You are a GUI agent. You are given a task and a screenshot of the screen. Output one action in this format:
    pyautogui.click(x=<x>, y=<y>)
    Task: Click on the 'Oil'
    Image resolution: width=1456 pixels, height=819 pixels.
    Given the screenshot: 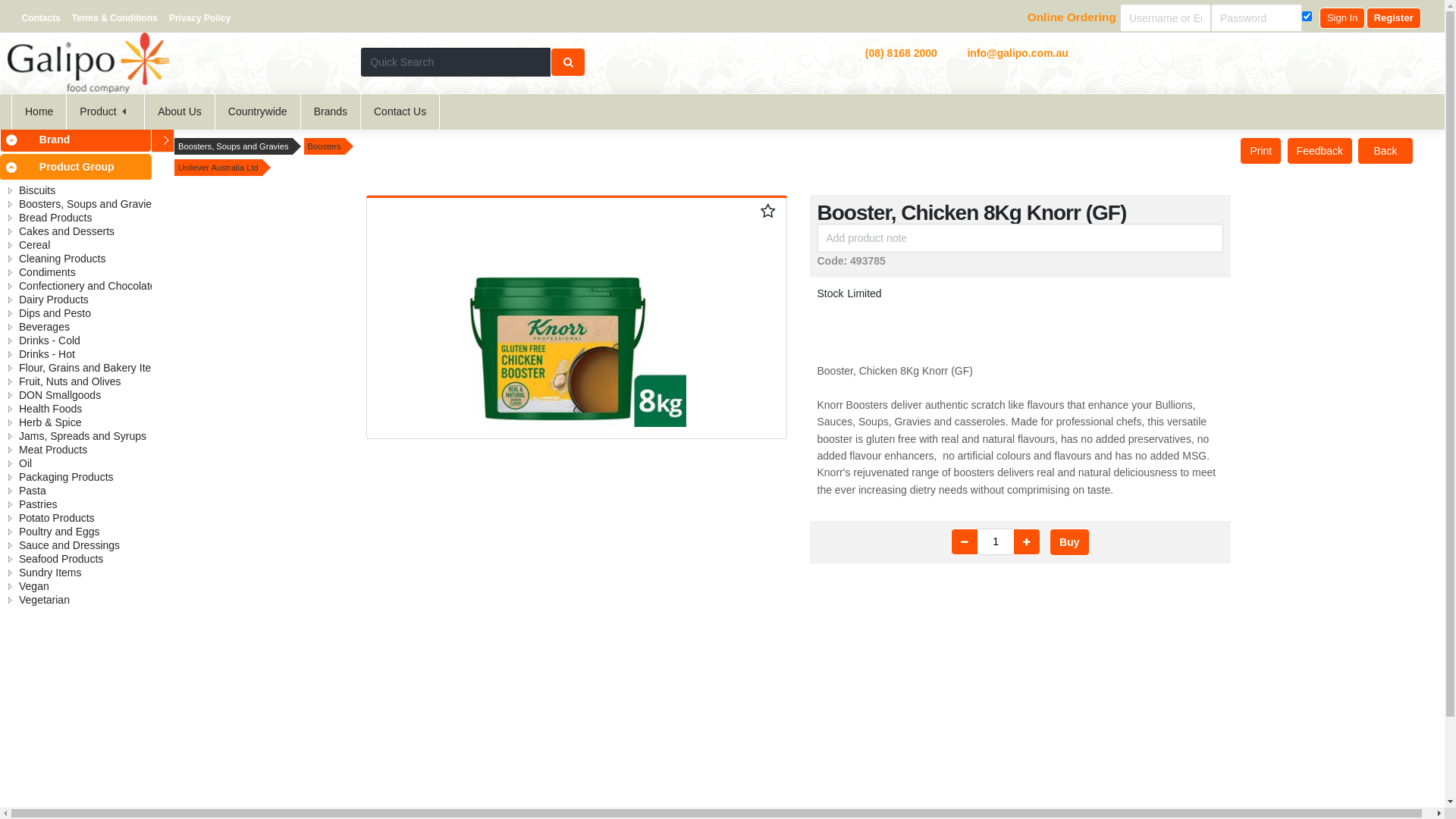 What is the action you would take?
    pyautogui.click(x=25, y=462)
    